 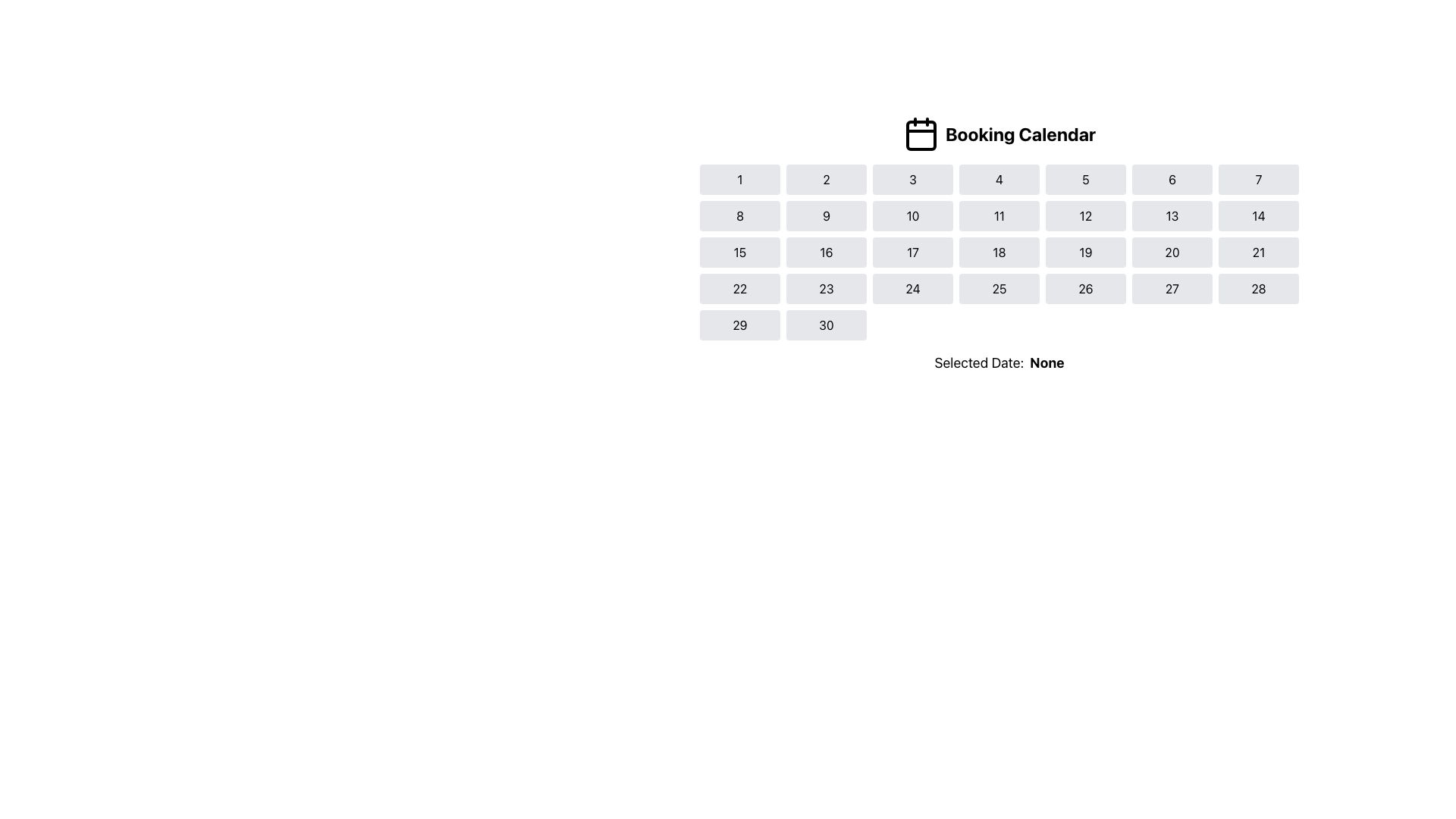 I want to click on the button labeled '30' located in the bottom-right corner of the grid, which has a light gray background and centered black text, so click(x=825, y=324).